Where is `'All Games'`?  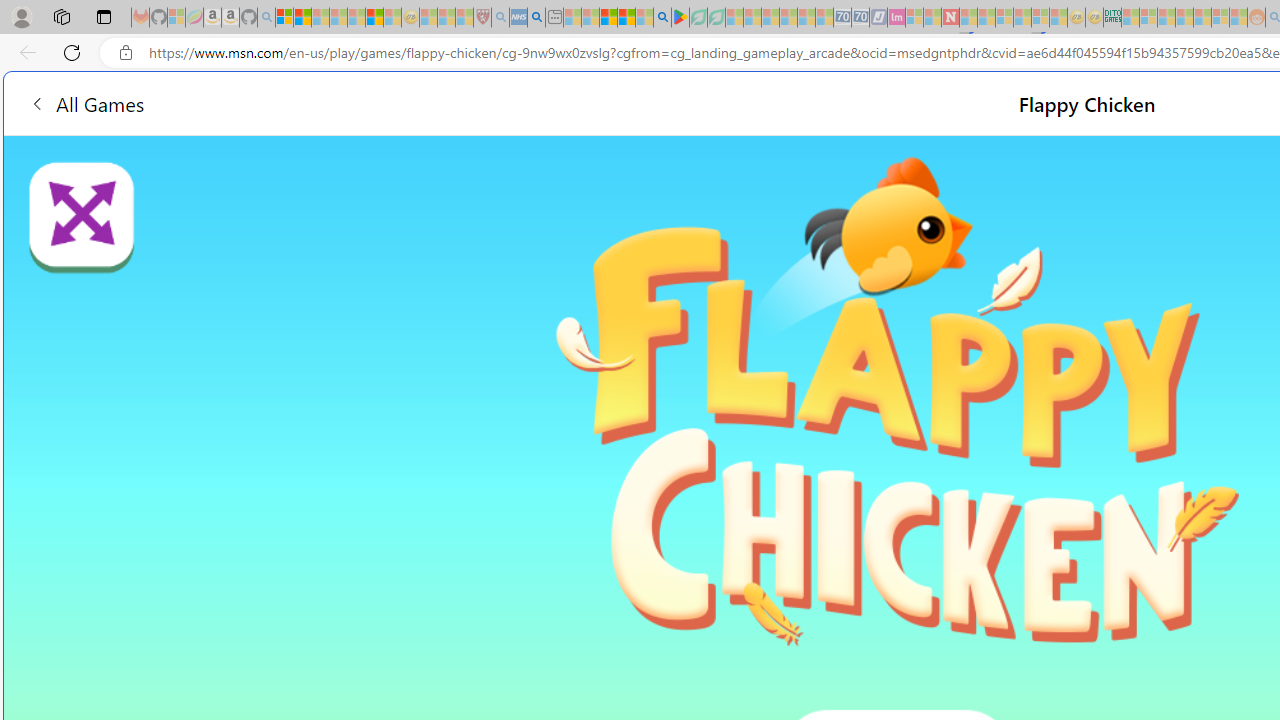
'All Games' is located at coordinates (85, 103).